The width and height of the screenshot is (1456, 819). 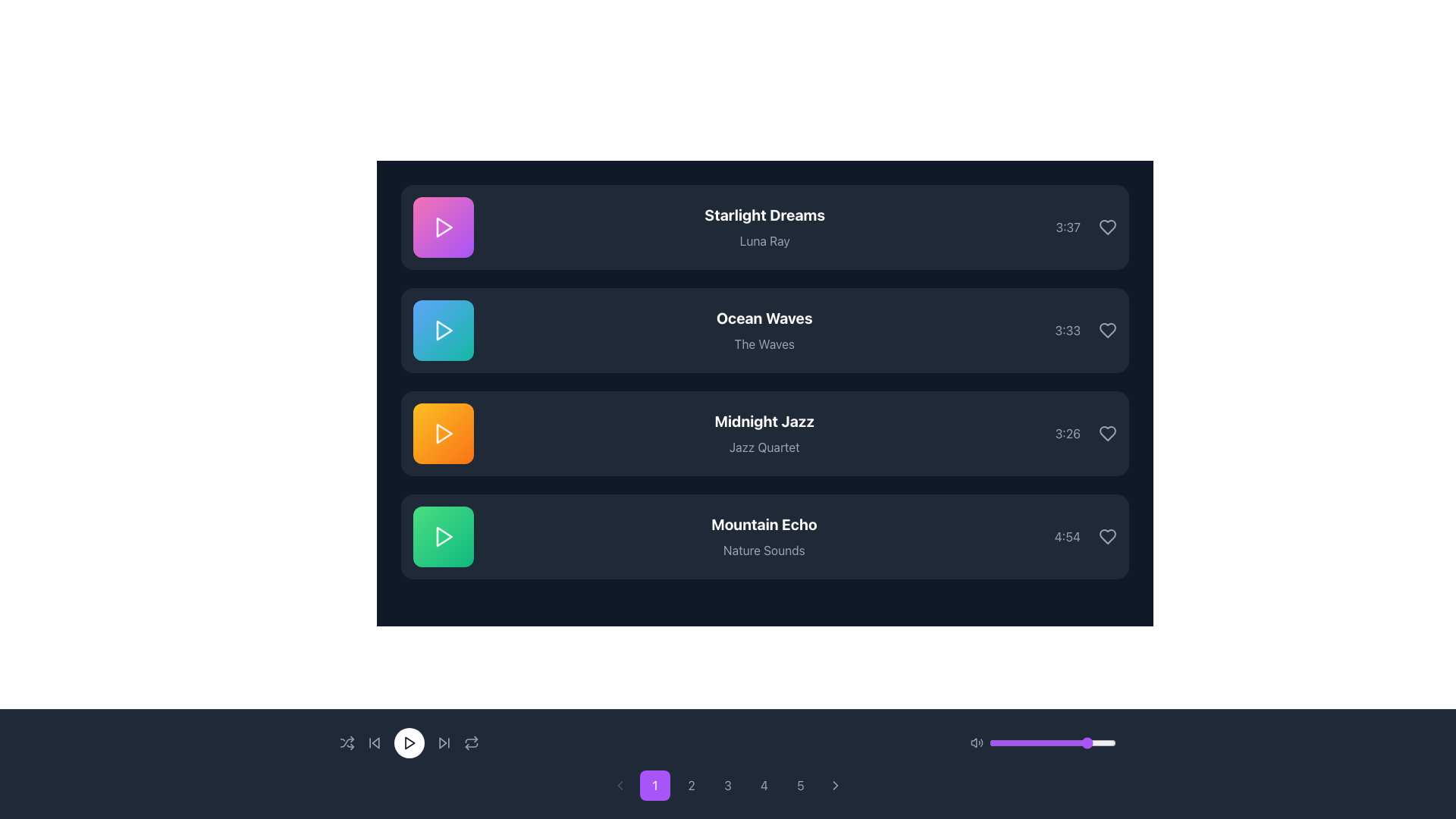 What do you see at coordinates (764, 536) in the screenshot?
I see `the text display element located in the fourth row of the menu layout, which provides the title and description of a media item` at bounding box center [764, 536].